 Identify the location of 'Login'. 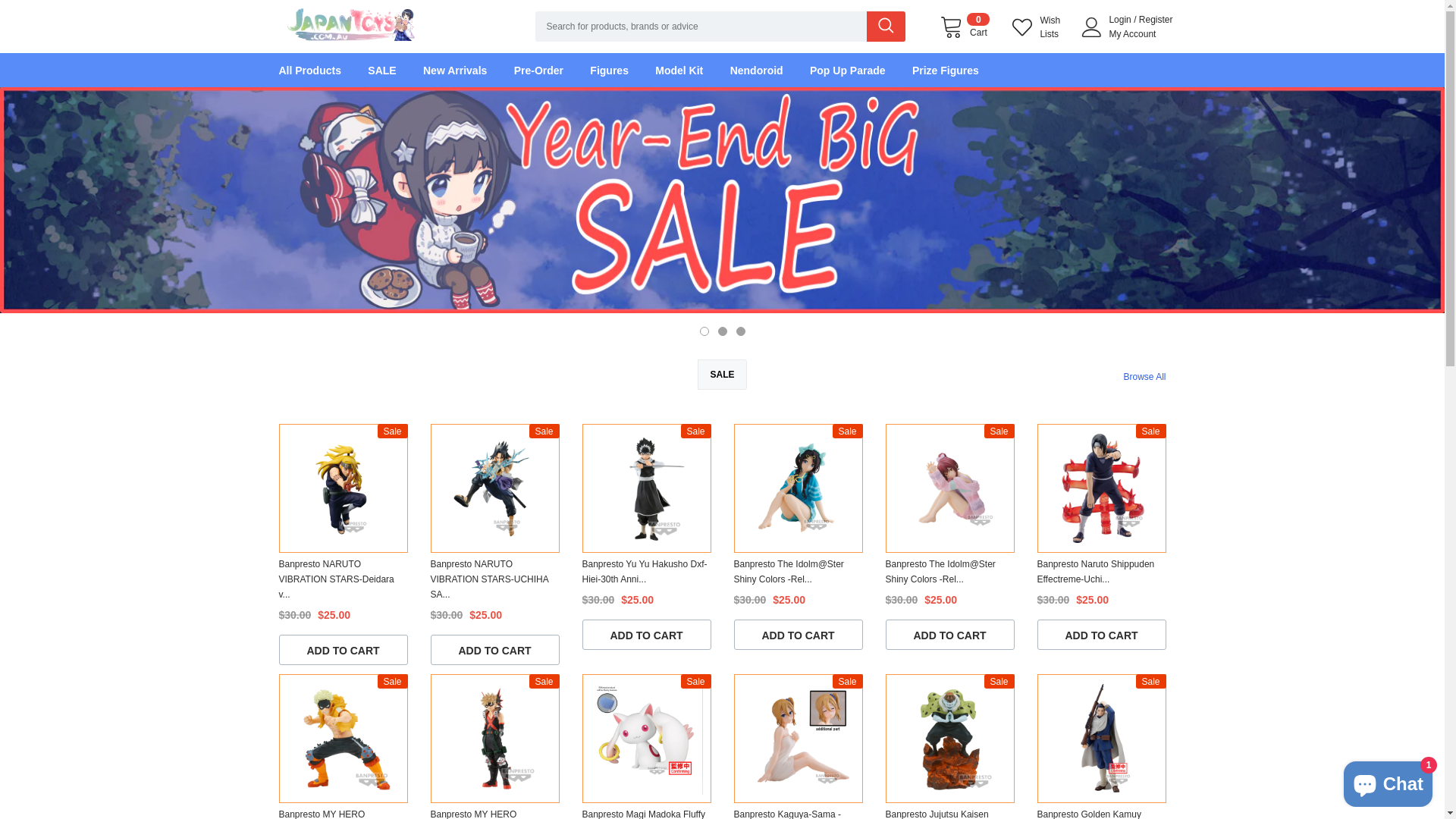
(1121, 20).